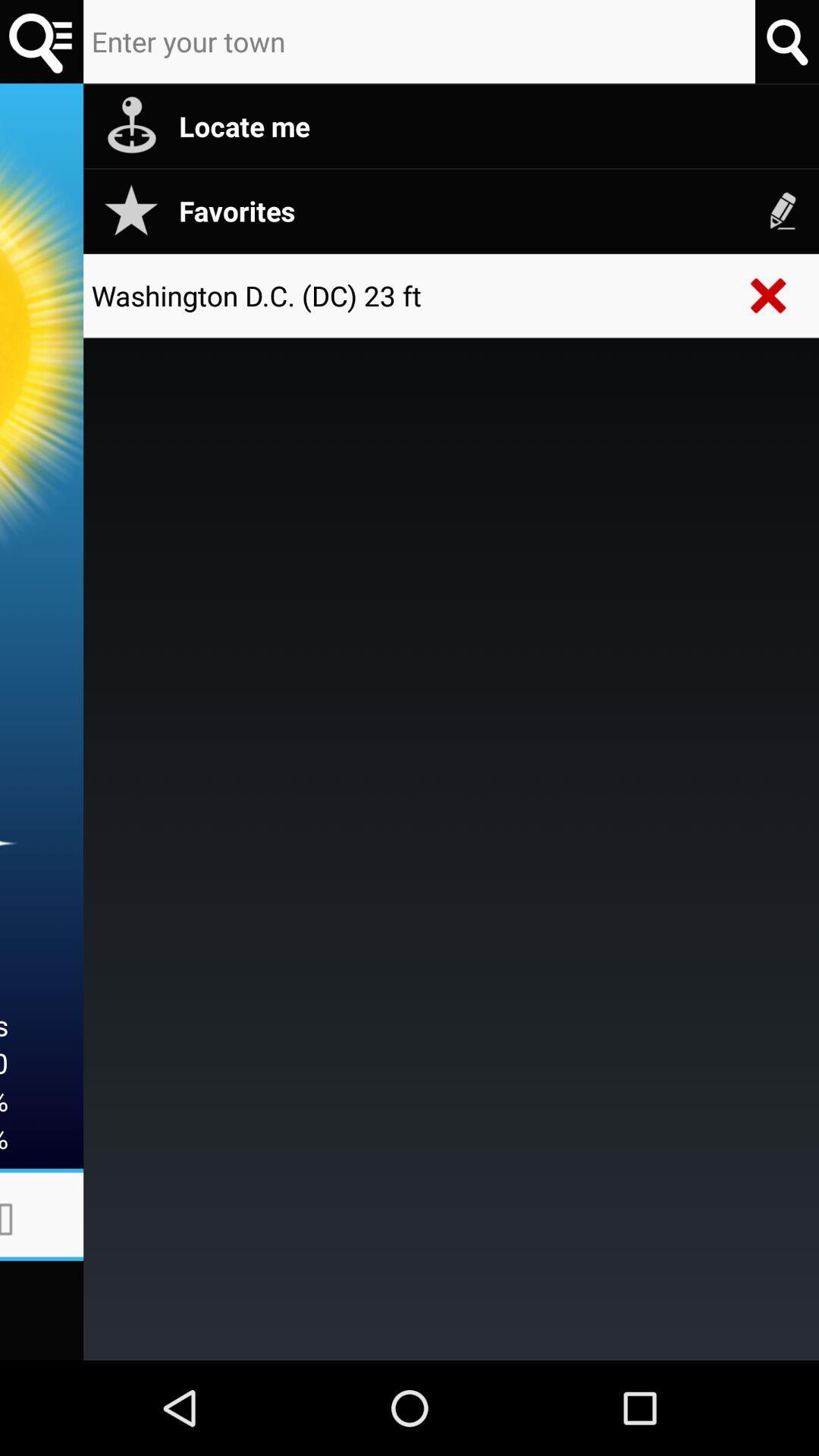 This screenshot has height=1456, width=819. What do you see at coordinates (41, 42) in the screenshot?
I see `searching` at bounding box center [41, 42].